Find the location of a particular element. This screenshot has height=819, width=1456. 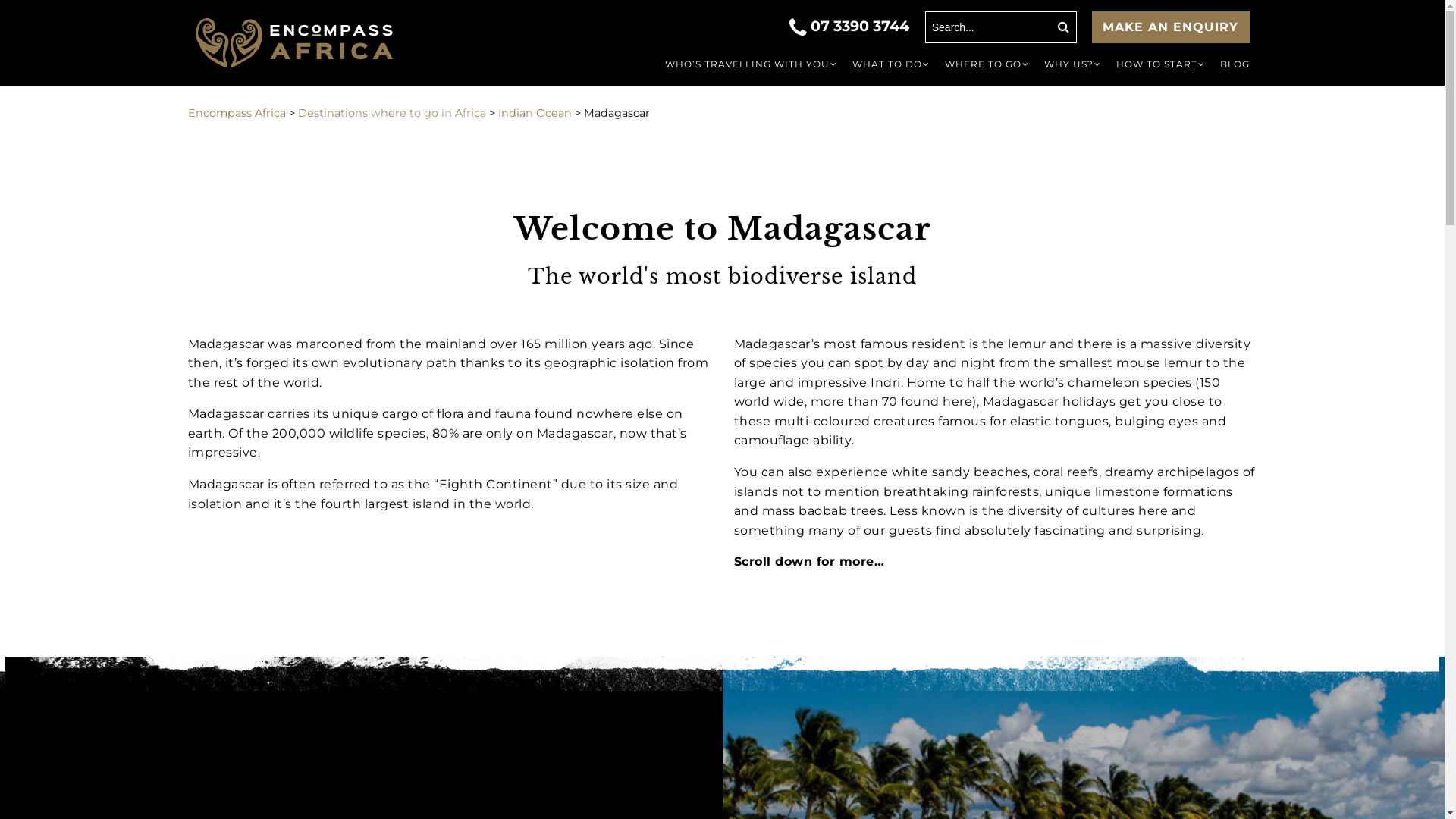

'Search for:' is located at coordinates (1001, 27).